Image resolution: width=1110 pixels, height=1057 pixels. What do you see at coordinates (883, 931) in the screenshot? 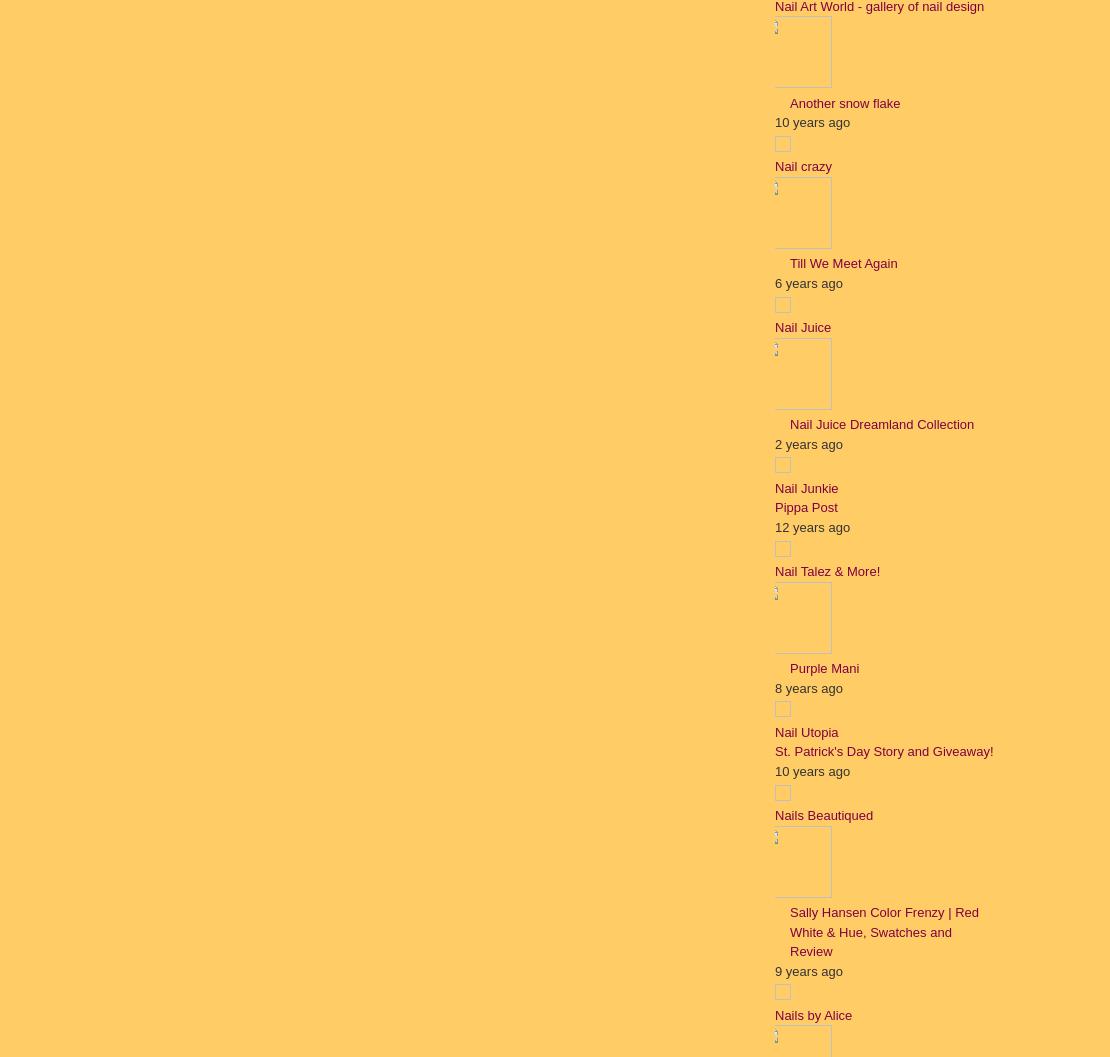
I see `'Sally Hansen Color Frenzy | Red White & Hue, Swatches and Review'` at bounding box center [883, 931].